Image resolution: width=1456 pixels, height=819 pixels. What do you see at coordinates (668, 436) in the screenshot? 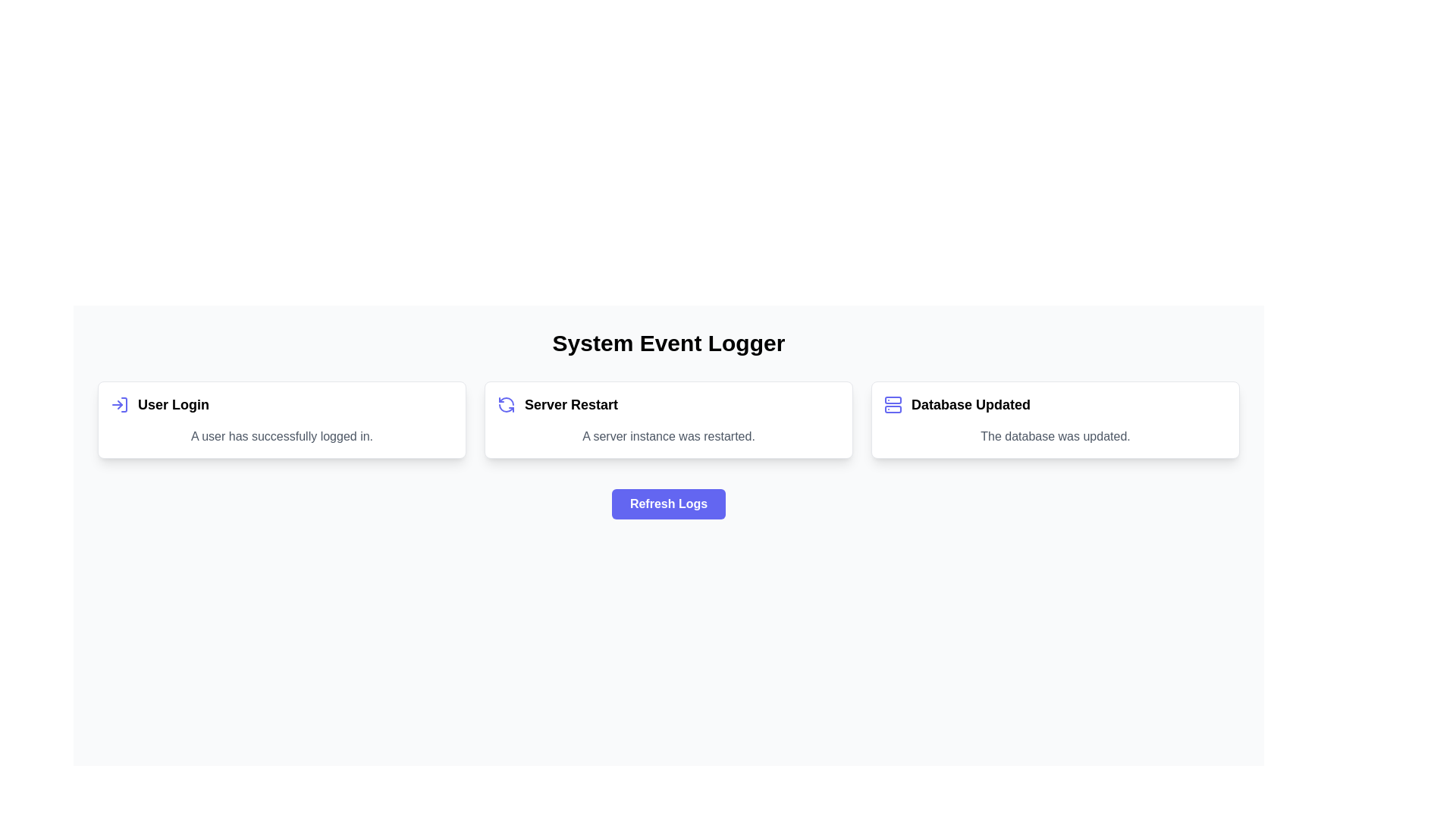
I see `the text label that states 'A server instance was restarted.' which is styled with a gray font and positioned below the 'Server Restart' heading in the second card` at bounding box center [668, 436].